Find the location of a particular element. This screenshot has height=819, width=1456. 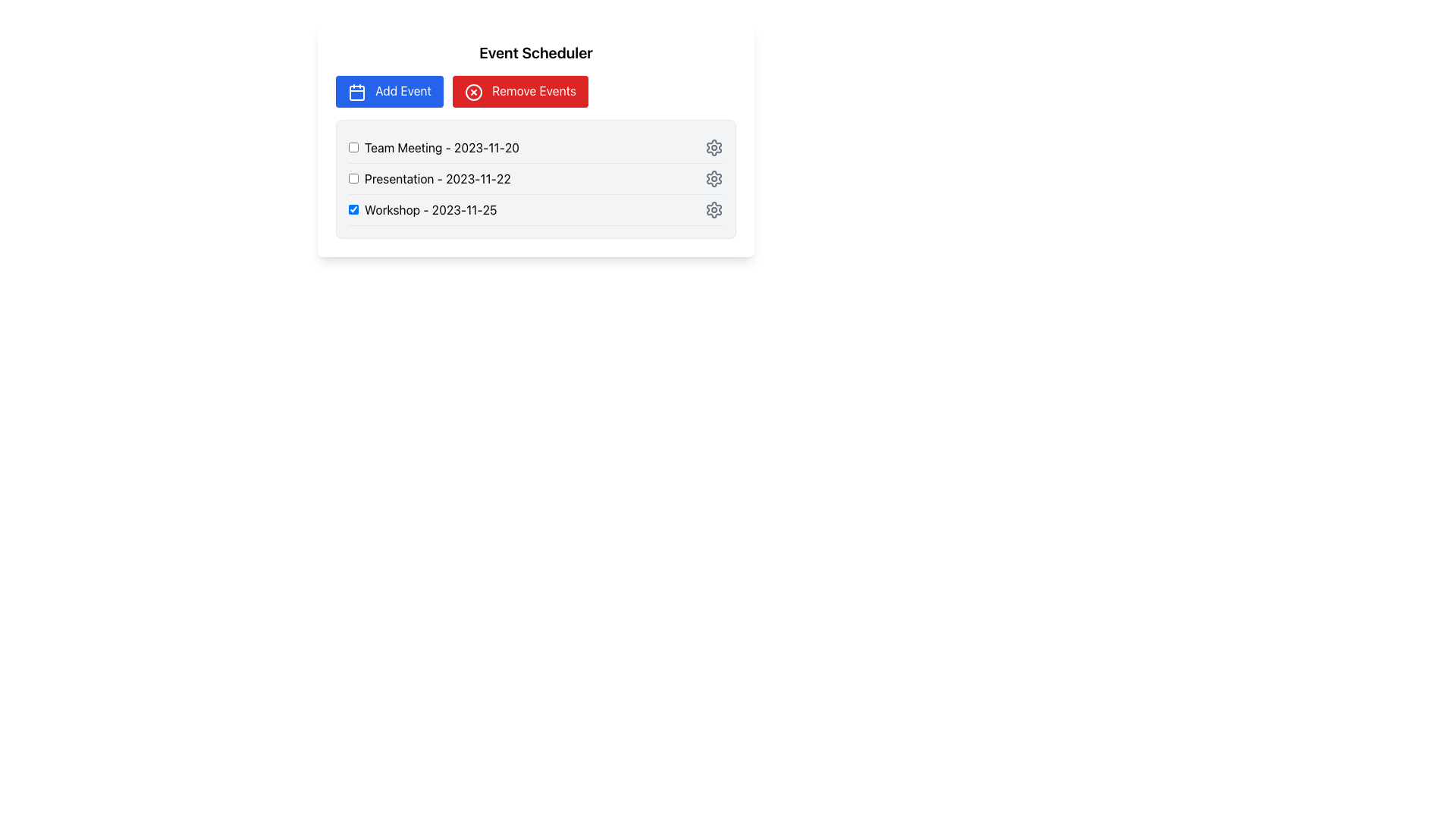

the checkbox next to the label 'Presentation - 2023-11-22' is located at coordinates (428, 177).